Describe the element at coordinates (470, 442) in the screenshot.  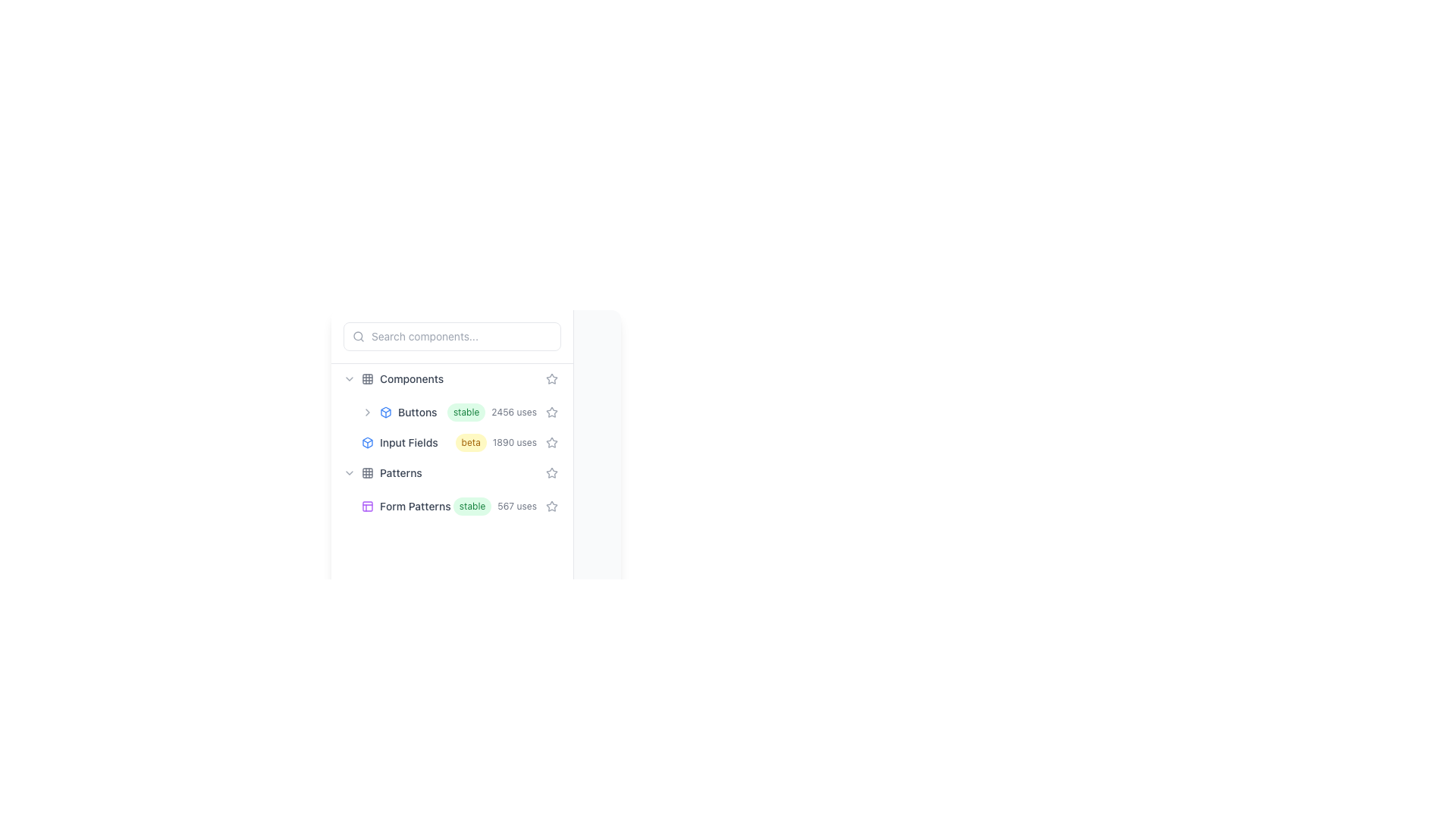
I see `the small rounded rectangular label with the text 'beta', which is located within the 'Input Fields' group, positioned to the right of the 'Input Fields' label and to the left of the '1890 uses' label` at that location.